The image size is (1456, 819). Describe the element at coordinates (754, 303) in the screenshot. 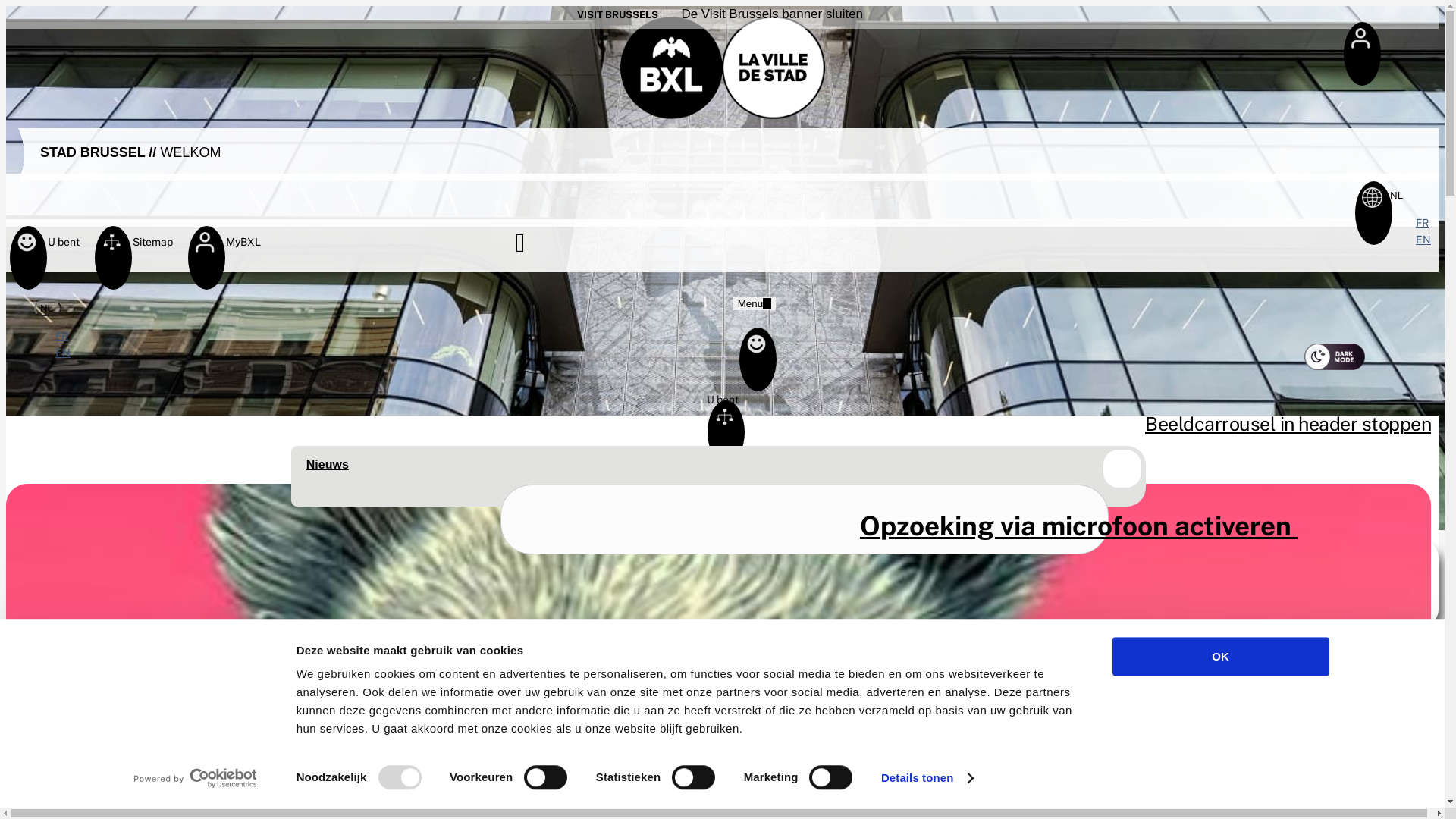

I see `'Menu   '` at that location.